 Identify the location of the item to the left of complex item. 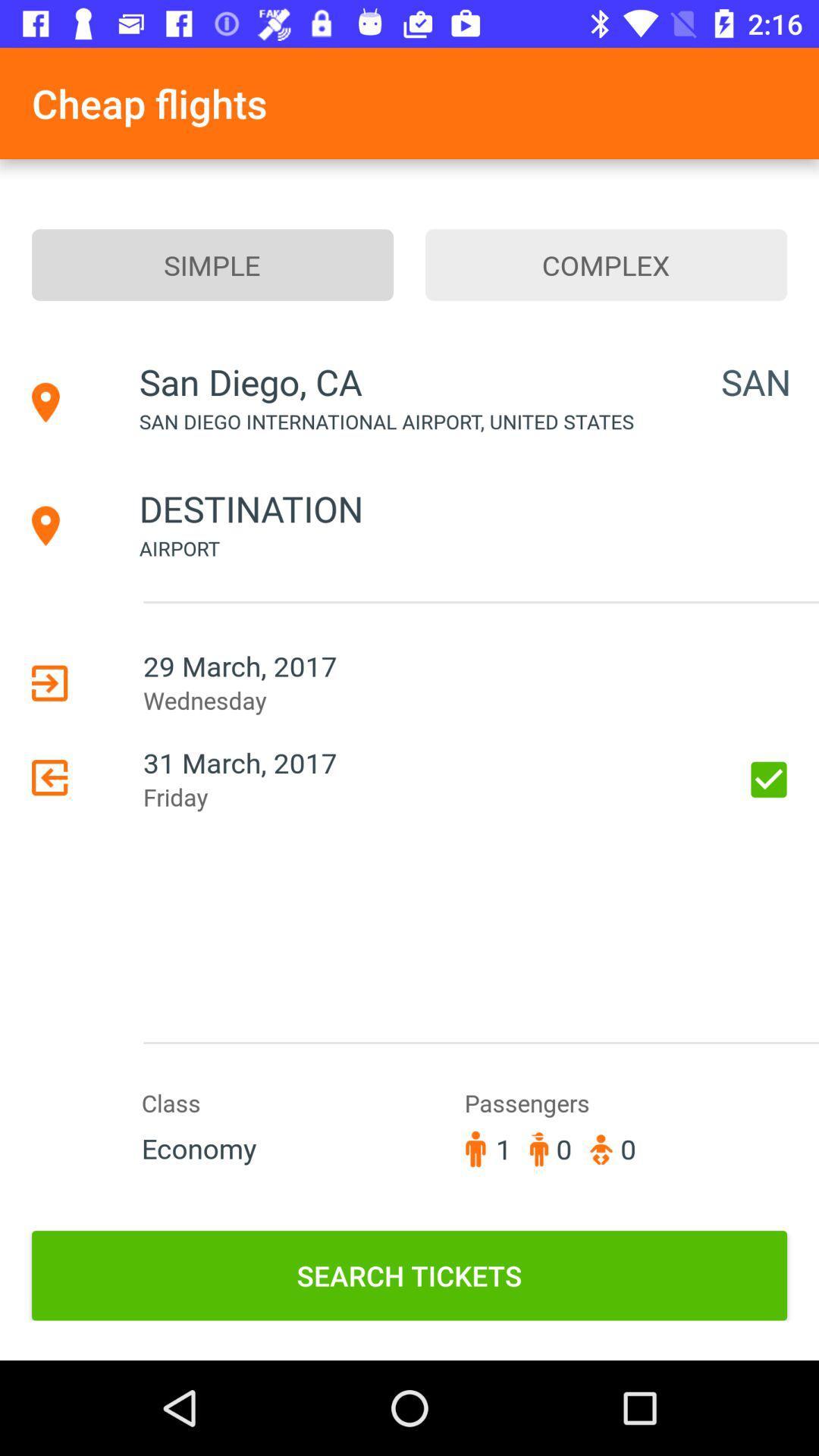
(212, 265).